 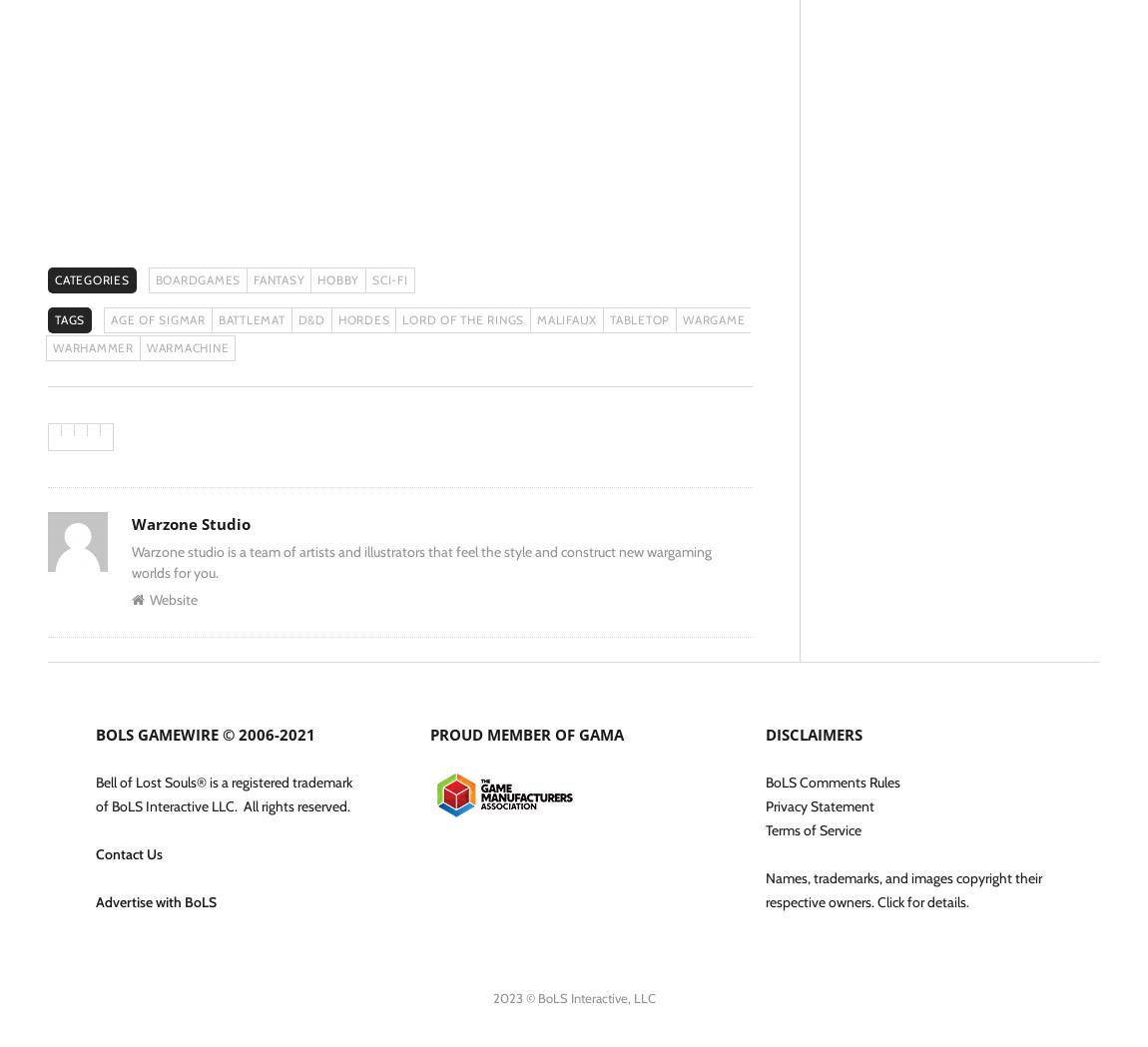 What do you see at coordinates (362, 319) in the screenshot?
I see `'hordes'` at bounding box center [362, 319].